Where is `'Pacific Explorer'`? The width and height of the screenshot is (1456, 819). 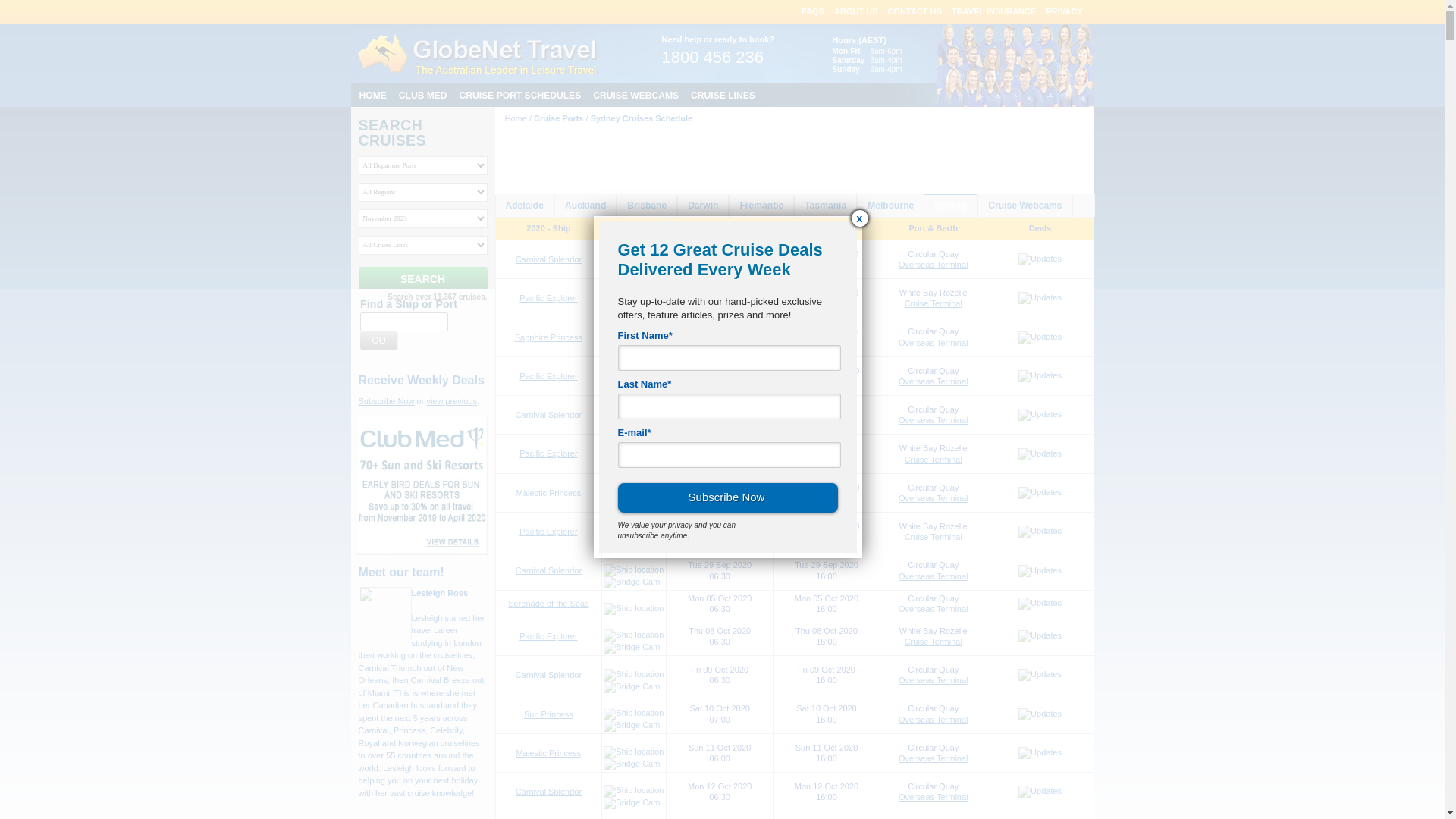
'Pacific Explorer' is located at coordinates (519, 636).